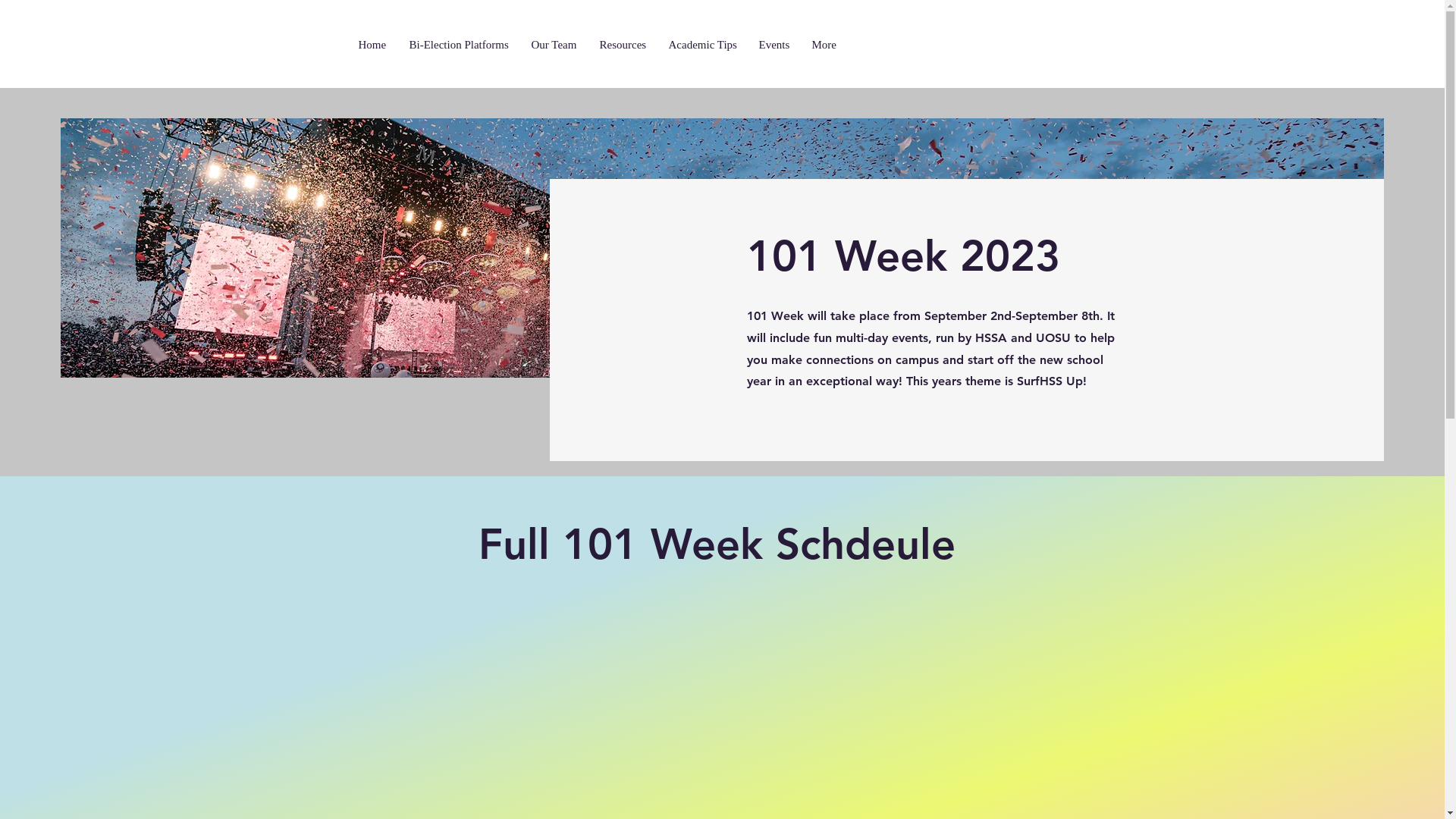 This screenshot has width=1456, height=819. Describe the element at coordinates (462, 44) in the screenshot. I see `'Bi-Election Platforms'` at that location.